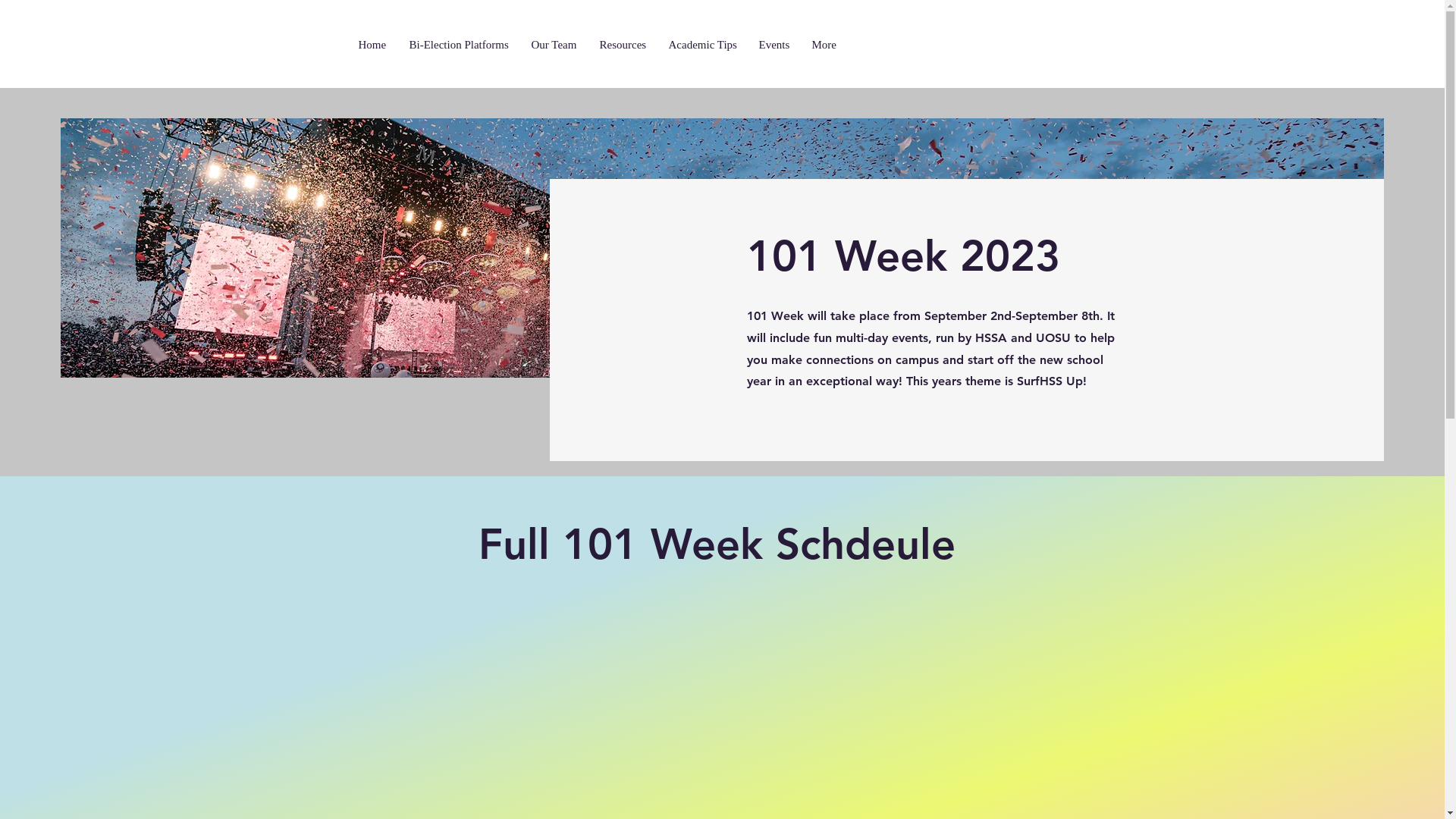 This screenshot has width=1456, height=819. Describe the element at coordinates (462, 44) in the screenshot. I see `'Bi-Election Platforms'` at that location.